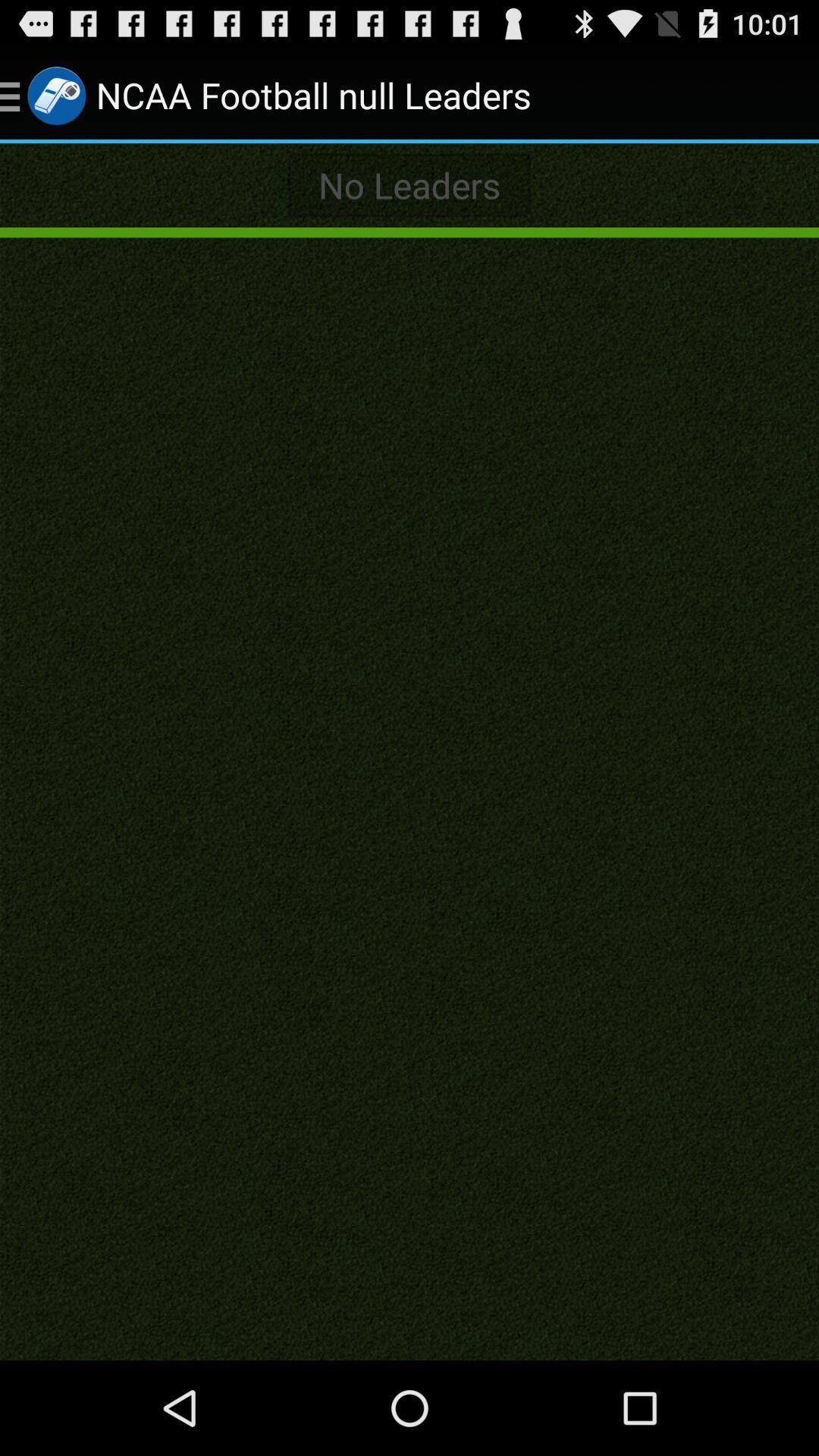 This screenshot has height=1456, width=819. I want to click on the no leaders, so click(409, 184).